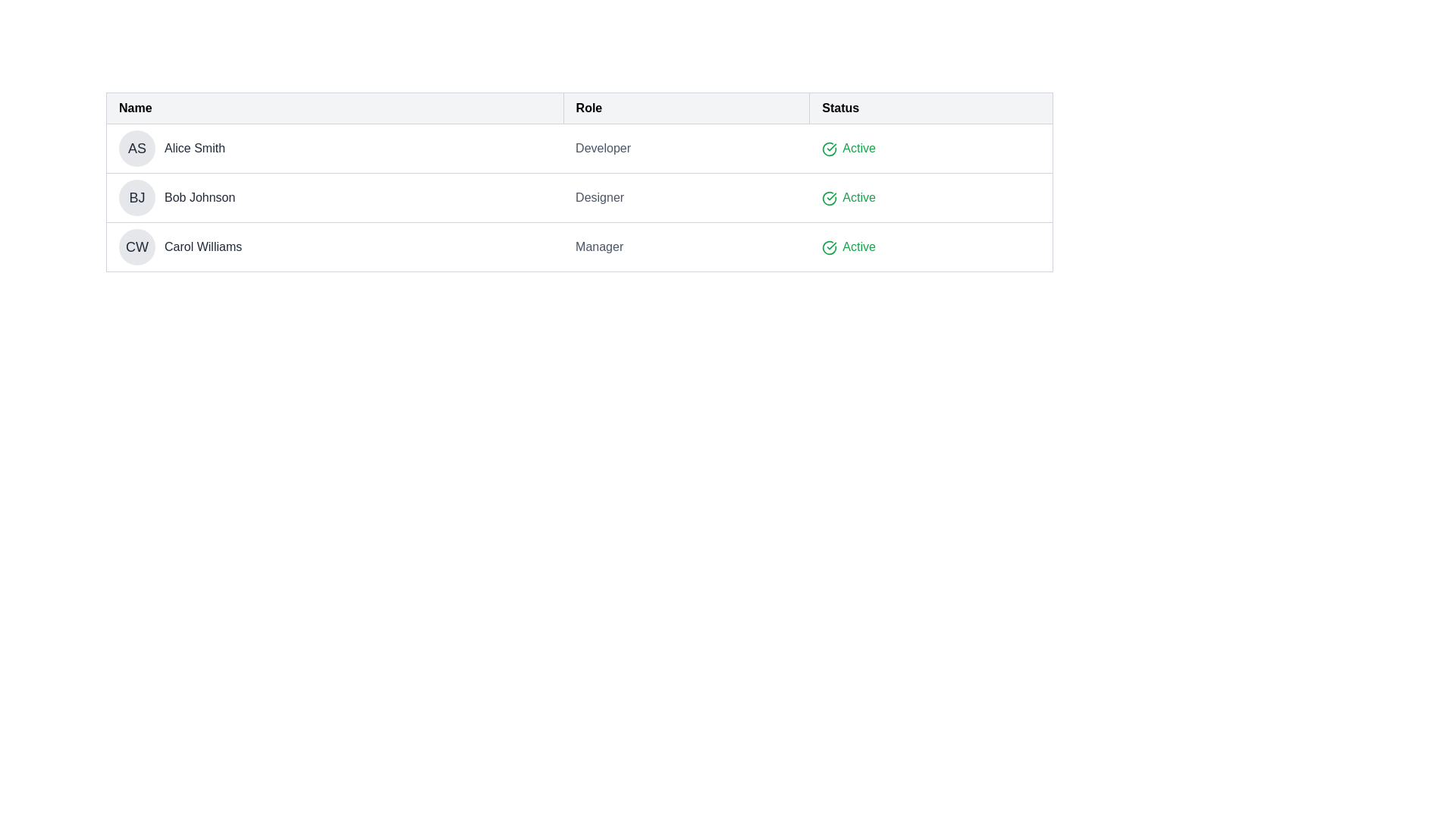 This screenshot has width=1456, height=819. Describe the element at coordinates (828, 149) in the screenshot. I see `the active status icon located to the left of the text 'Active' in the 'Status' column of the first row in the table` at that location.